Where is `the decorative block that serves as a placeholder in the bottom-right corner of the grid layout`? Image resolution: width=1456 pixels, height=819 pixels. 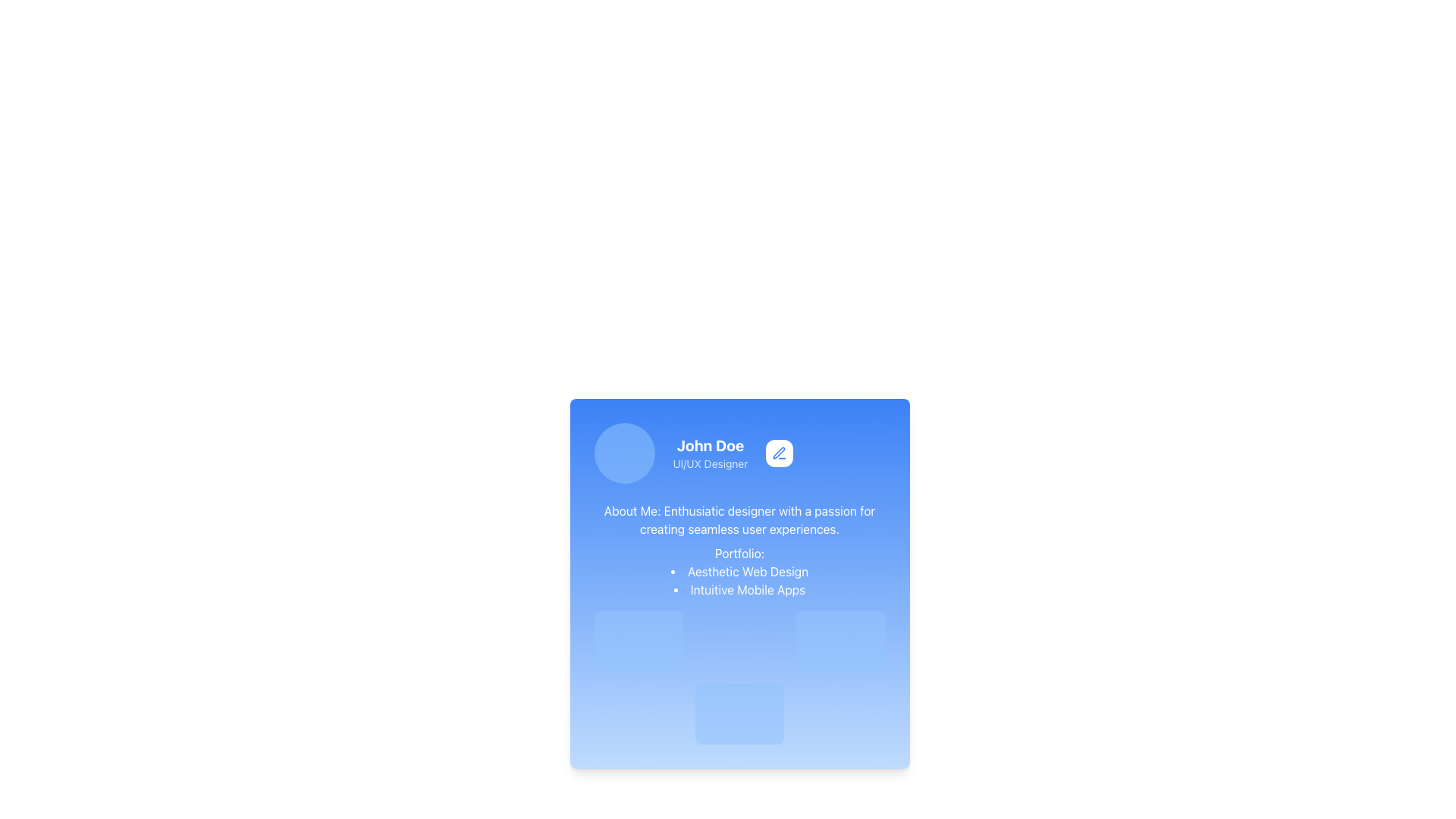
the decorative block that serves as a placeholder in the bottom-right corner of the grid layout is located at coordinates (839, 714).